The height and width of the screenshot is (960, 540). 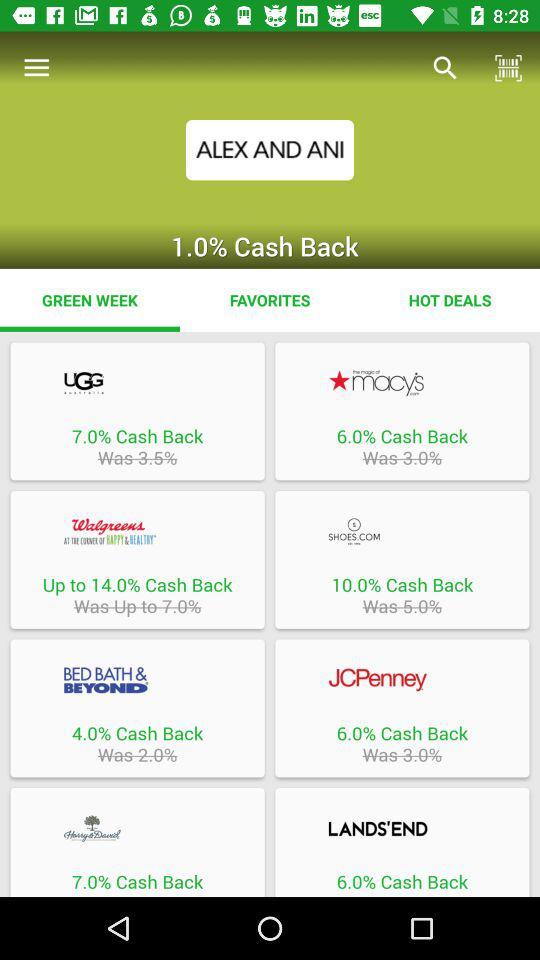 I want to click on buying option, so click(x=136, y=382).